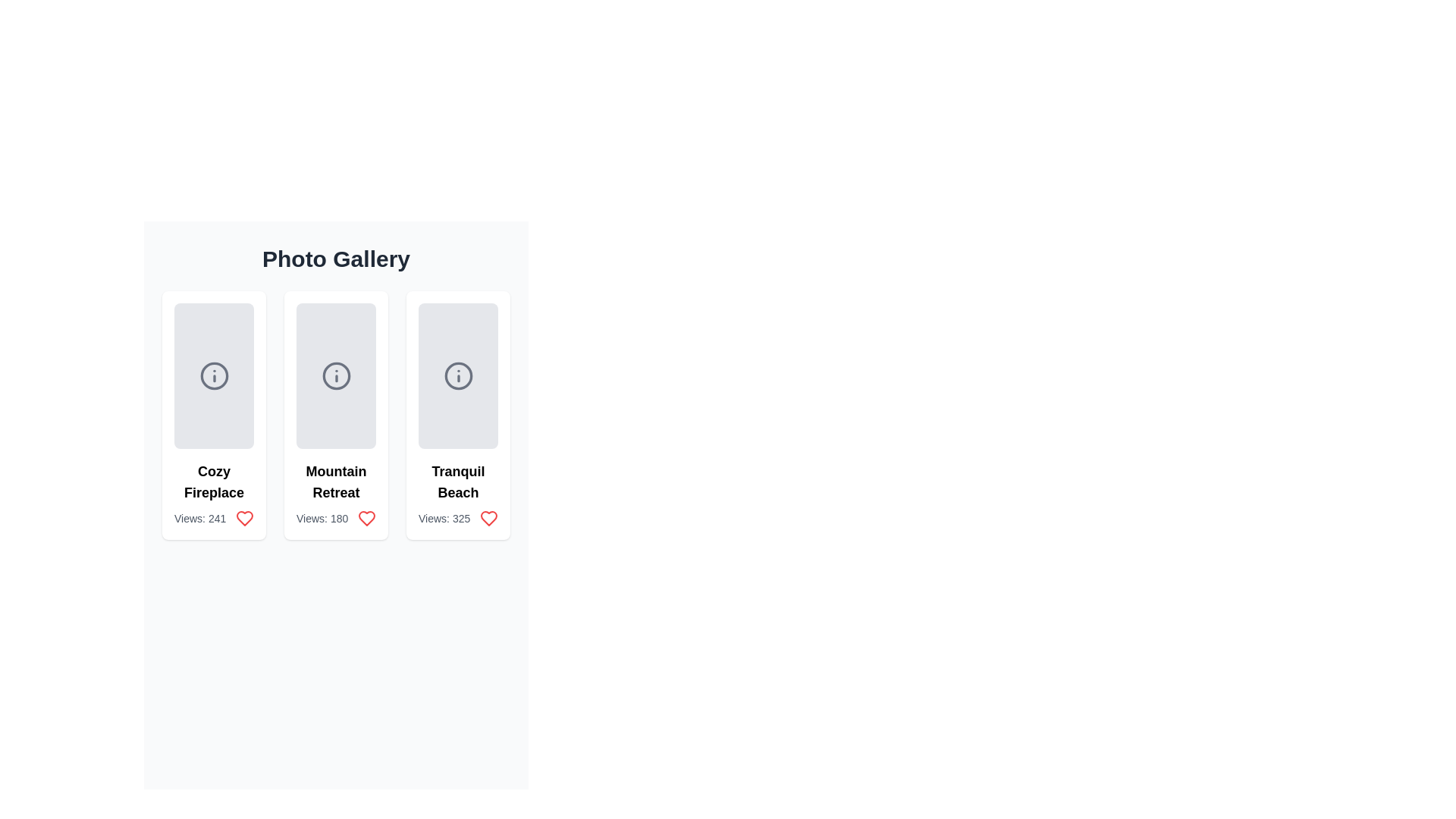  Describe the element at coordinates (457, 482) in the screenshot. I see `text label located in the third card, positioned below the central icon and above the views count label` at that location.